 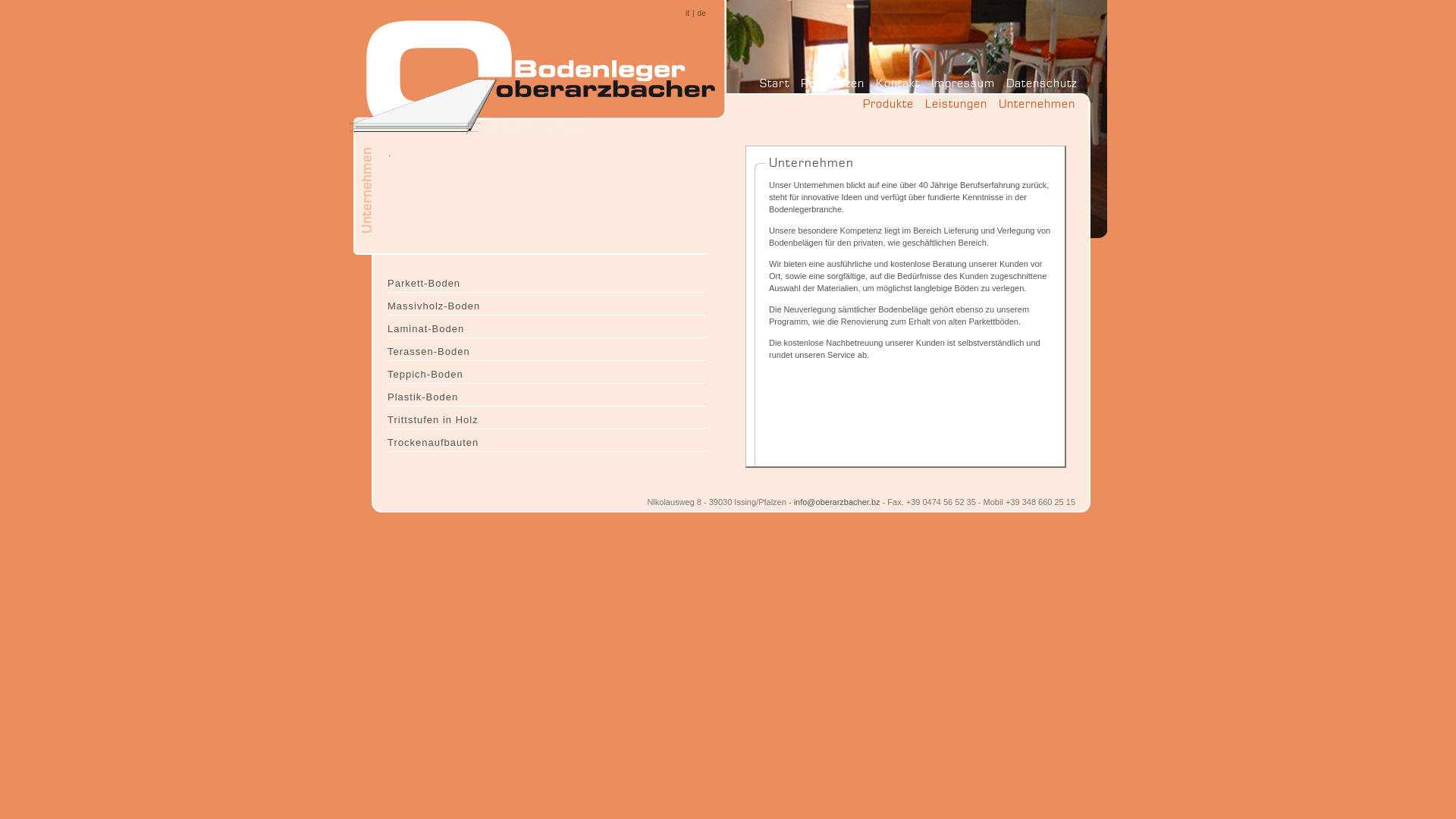 I want to click on 'Plastik-Boden', so click(x=387, y=394).